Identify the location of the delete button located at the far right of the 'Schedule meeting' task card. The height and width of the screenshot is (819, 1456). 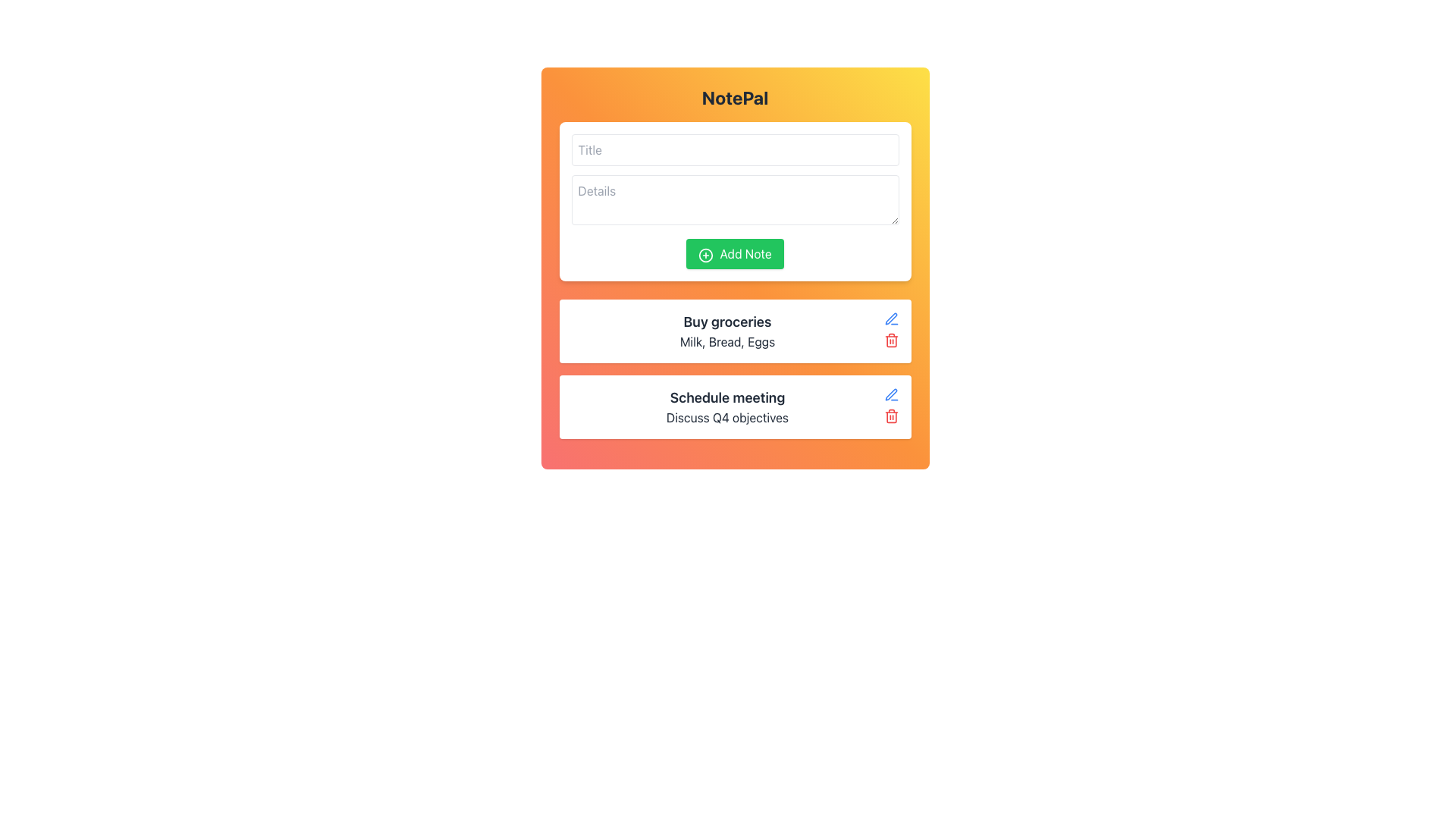
(891, 405).